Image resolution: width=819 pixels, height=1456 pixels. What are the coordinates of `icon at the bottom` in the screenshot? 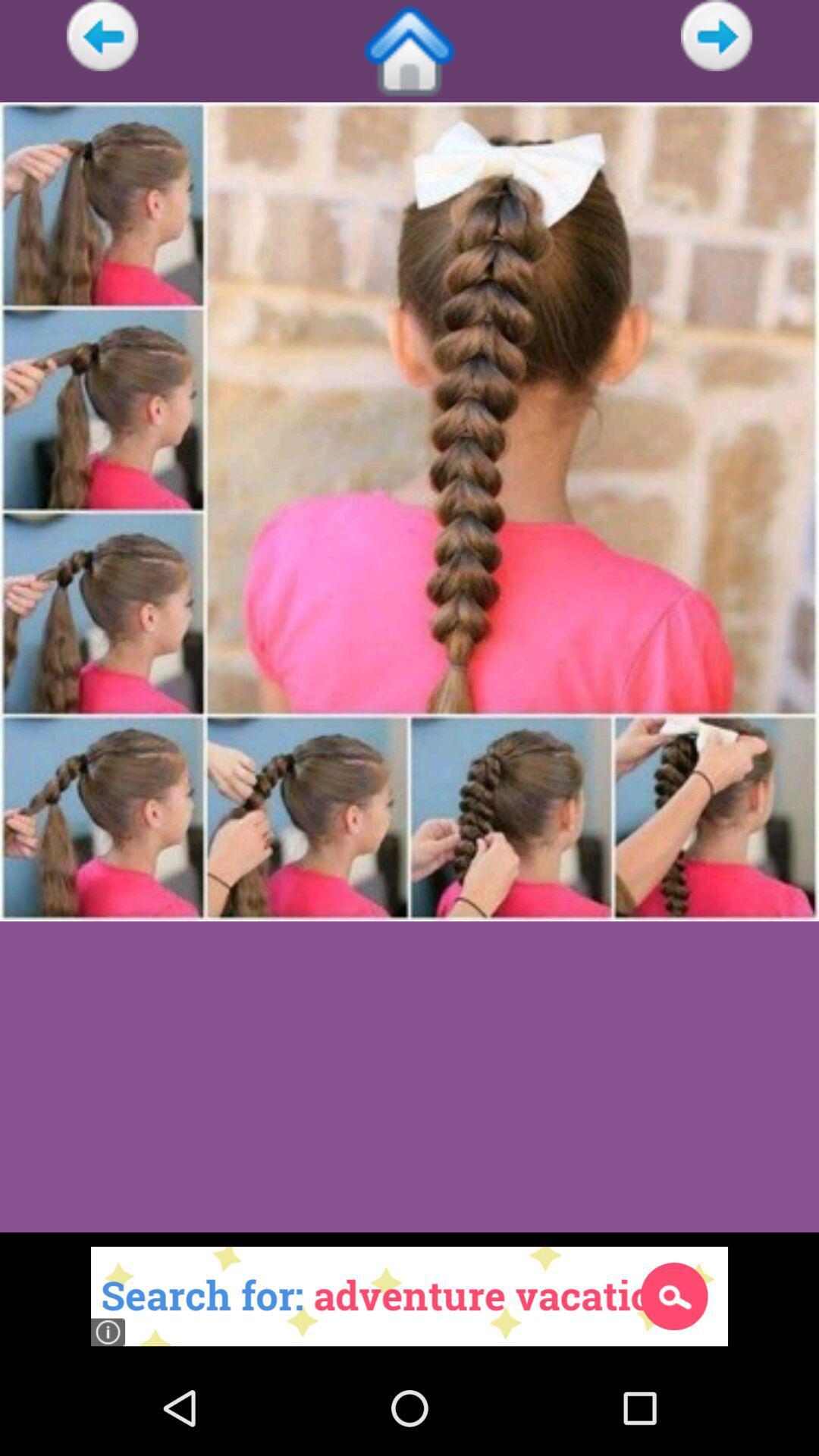 It's located at (409, 1295).